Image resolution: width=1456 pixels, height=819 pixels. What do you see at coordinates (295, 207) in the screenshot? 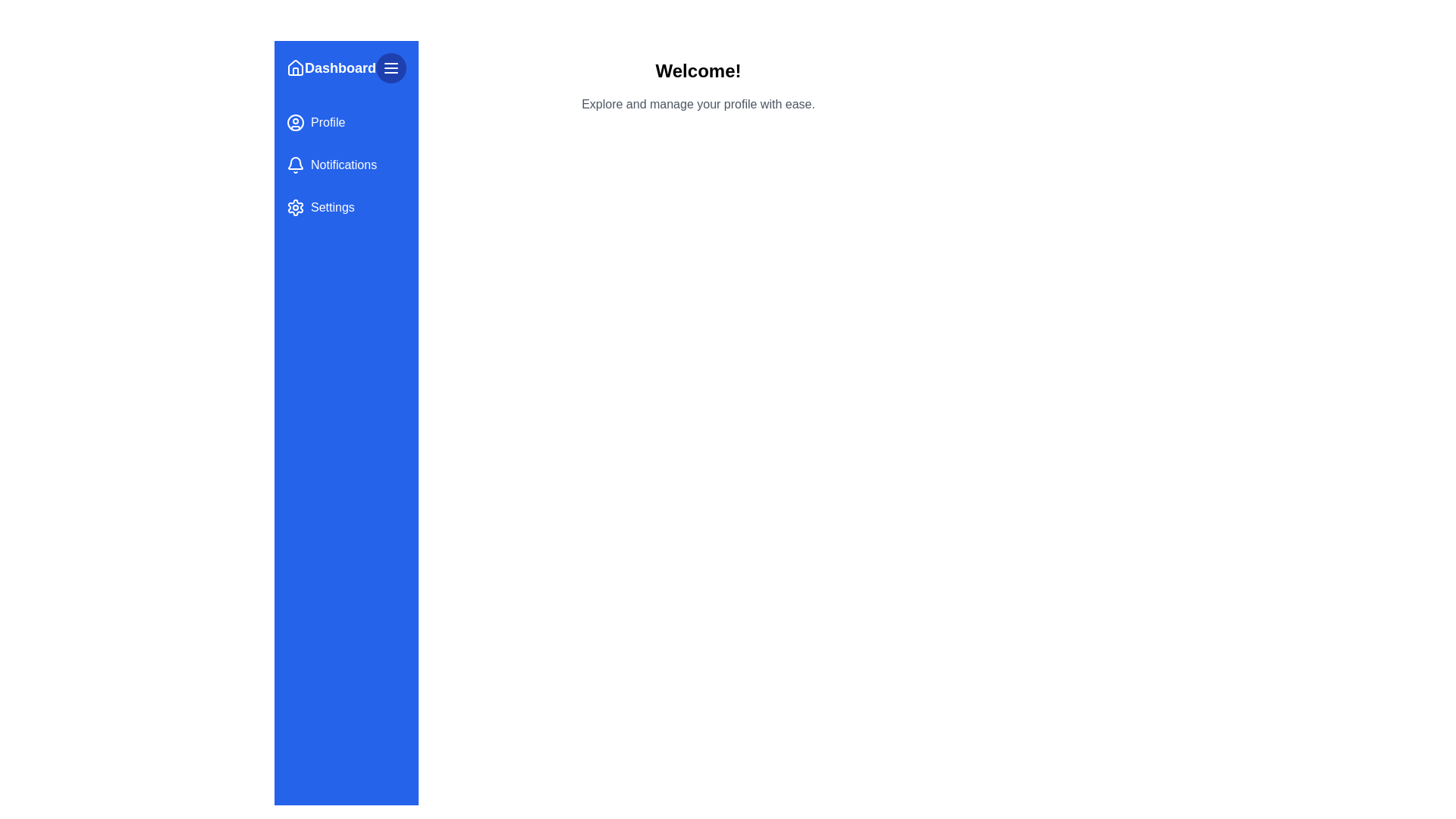
I see `the gear-shaped 'Settings' icon, which has a white outline against a blue background, located on the left navigation panel` at bounding box center [295, 207].